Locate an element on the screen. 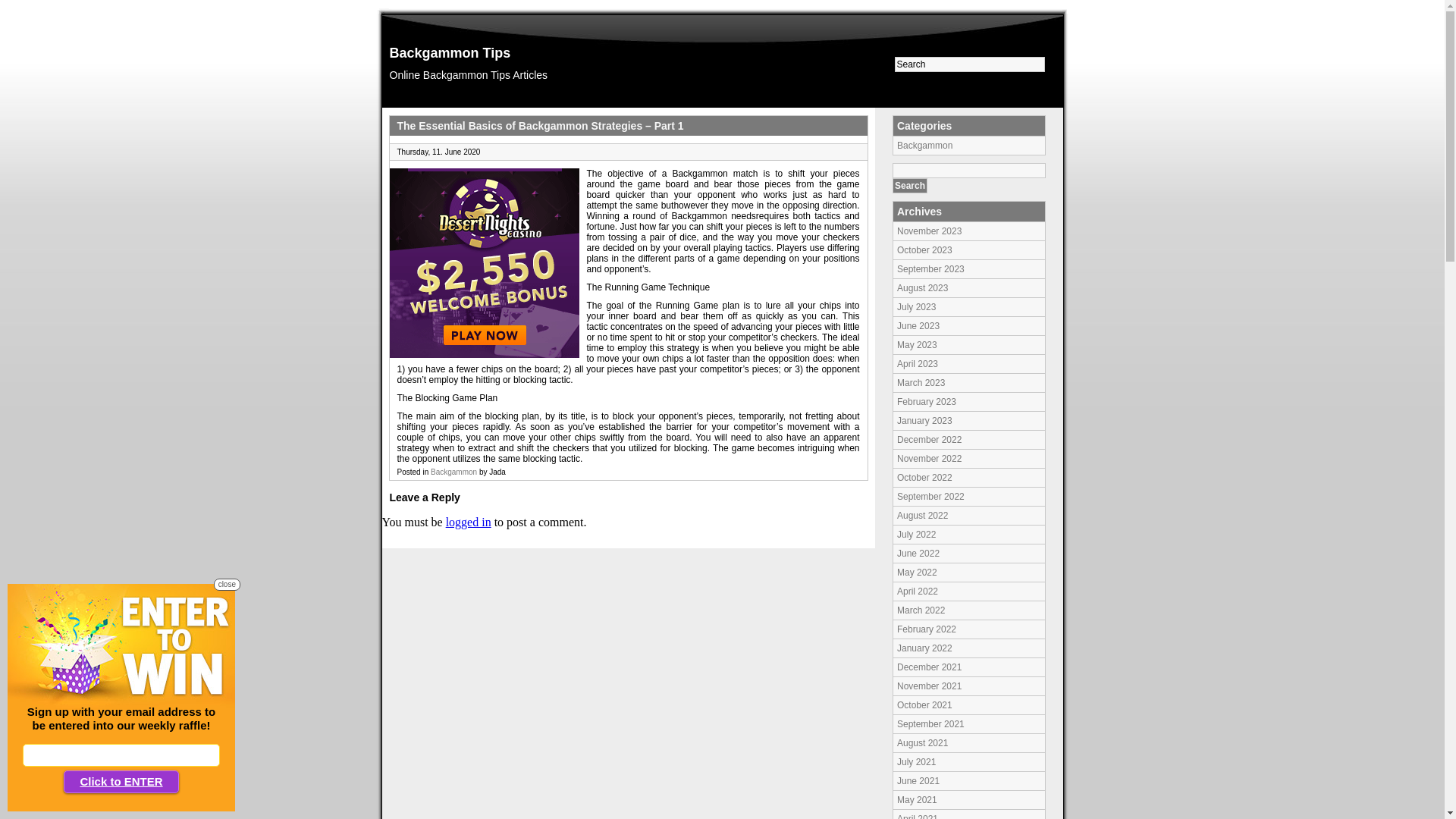 The height and width of the screenshot is (819, 1456). 'September 2022' is located at coordinates (930, 497).